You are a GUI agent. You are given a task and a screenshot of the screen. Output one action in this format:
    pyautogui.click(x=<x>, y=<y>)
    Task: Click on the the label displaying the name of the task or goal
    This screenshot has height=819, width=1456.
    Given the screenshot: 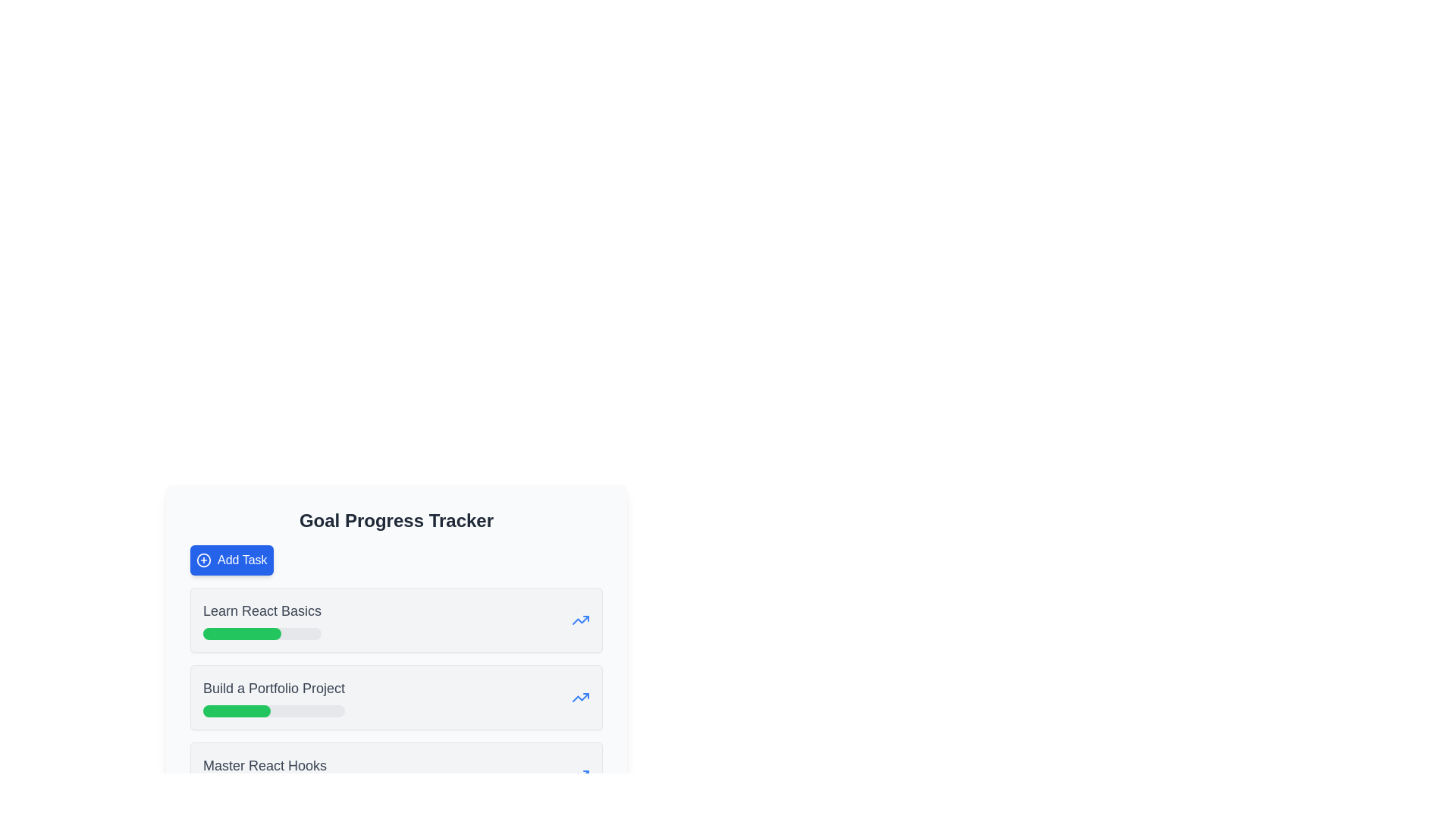 What is the action you would take?
    pyautogui.click(x=265, y=766)
    